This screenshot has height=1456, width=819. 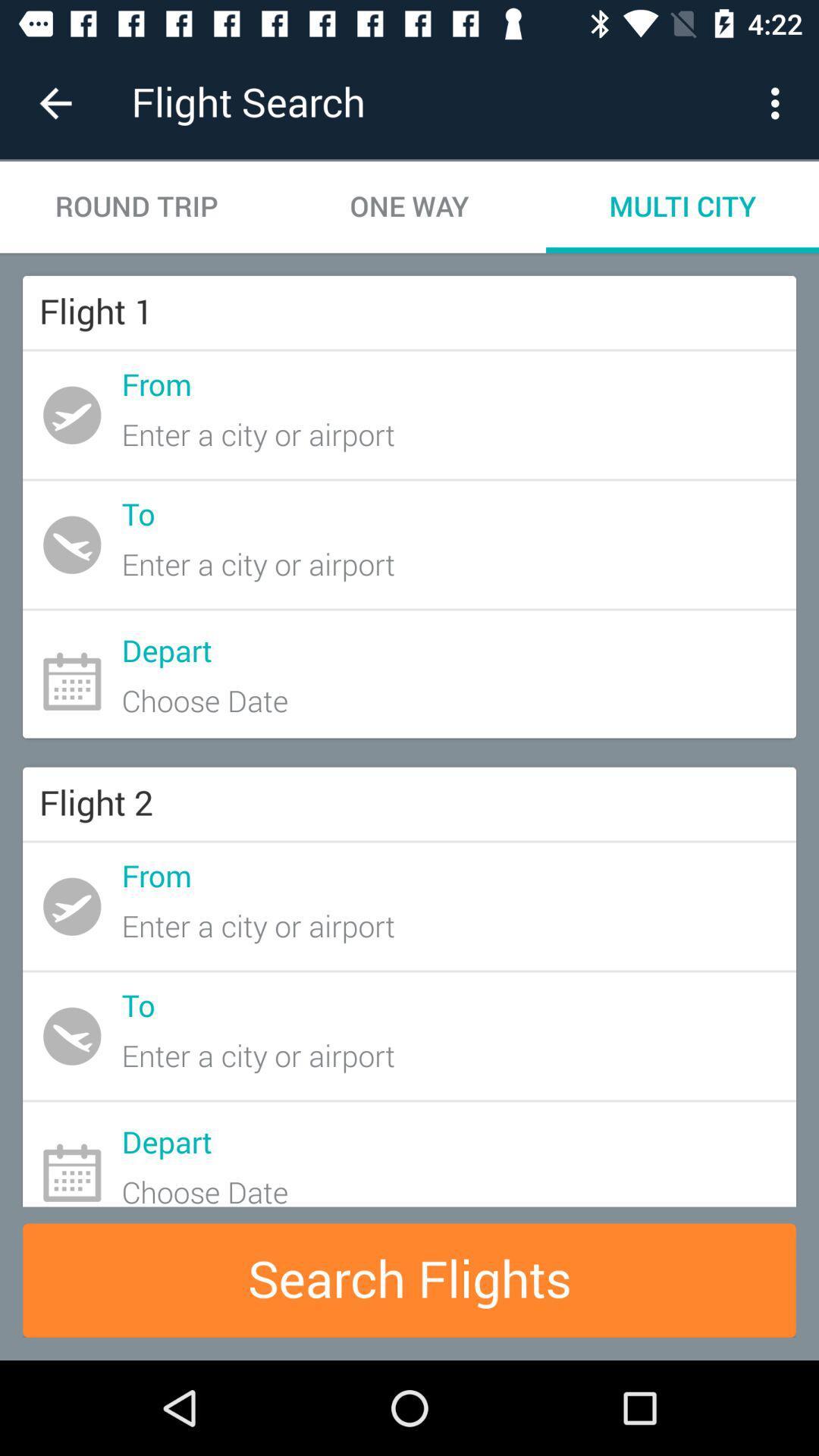 What do you see at coordinates (72, 680) in the screenshot?
I see `the calendar icon on the web page` at bounding box center [72, 680].